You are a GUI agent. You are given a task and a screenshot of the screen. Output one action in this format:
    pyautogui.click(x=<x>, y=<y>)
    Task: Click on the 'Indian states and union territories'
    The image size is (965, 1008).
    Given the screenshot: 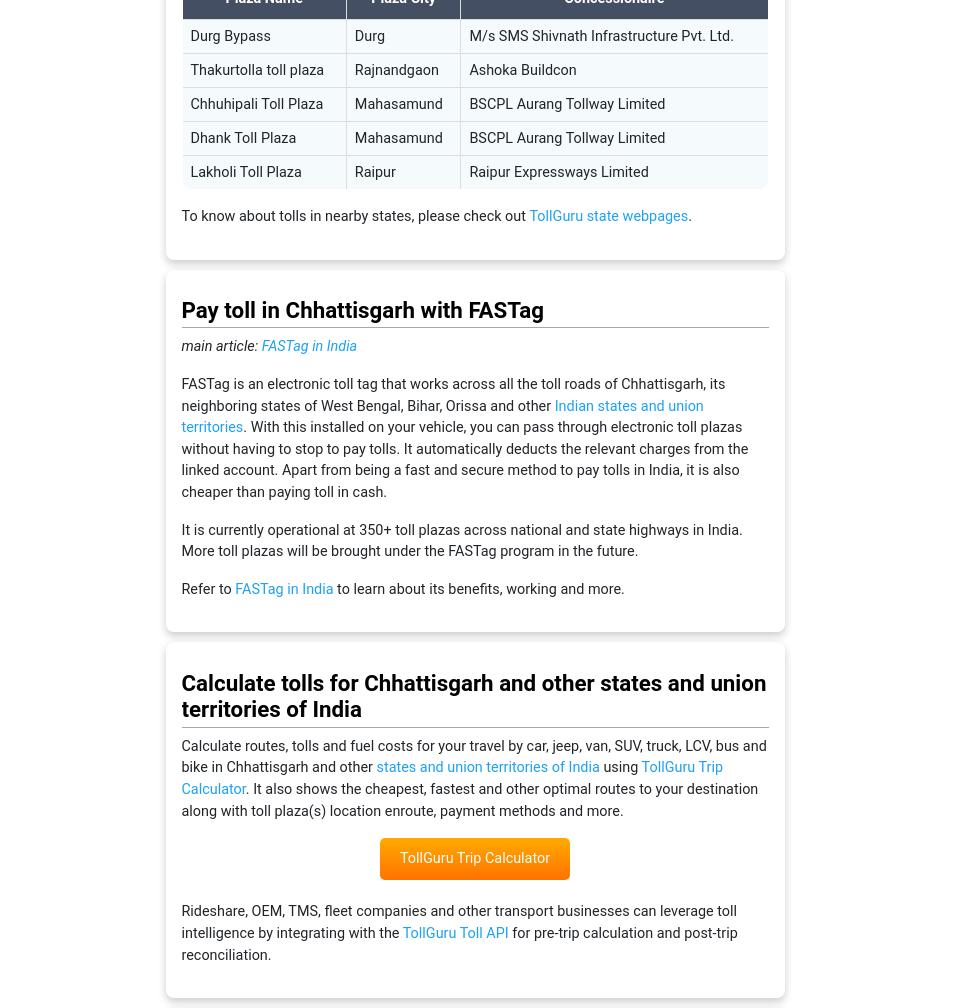 What is the action you would take?
    pyautogui.click(x=180, y=416)
    